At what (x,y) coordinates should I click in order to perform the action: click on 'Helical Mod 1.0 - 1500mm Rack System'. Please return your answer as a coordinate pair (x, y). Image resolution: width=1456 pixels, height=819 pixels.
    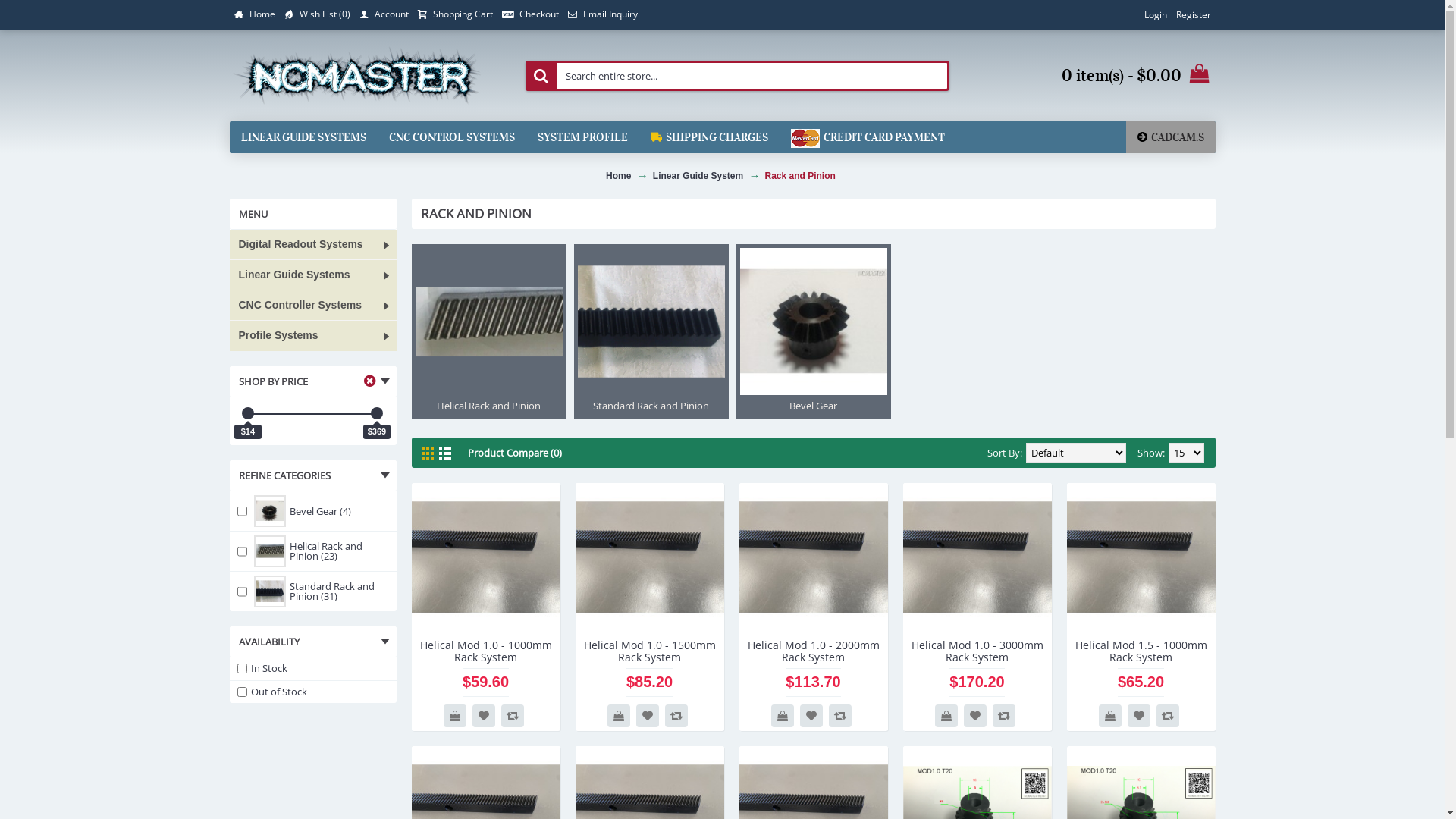
    Looking at the image, I should click on (648, 648).